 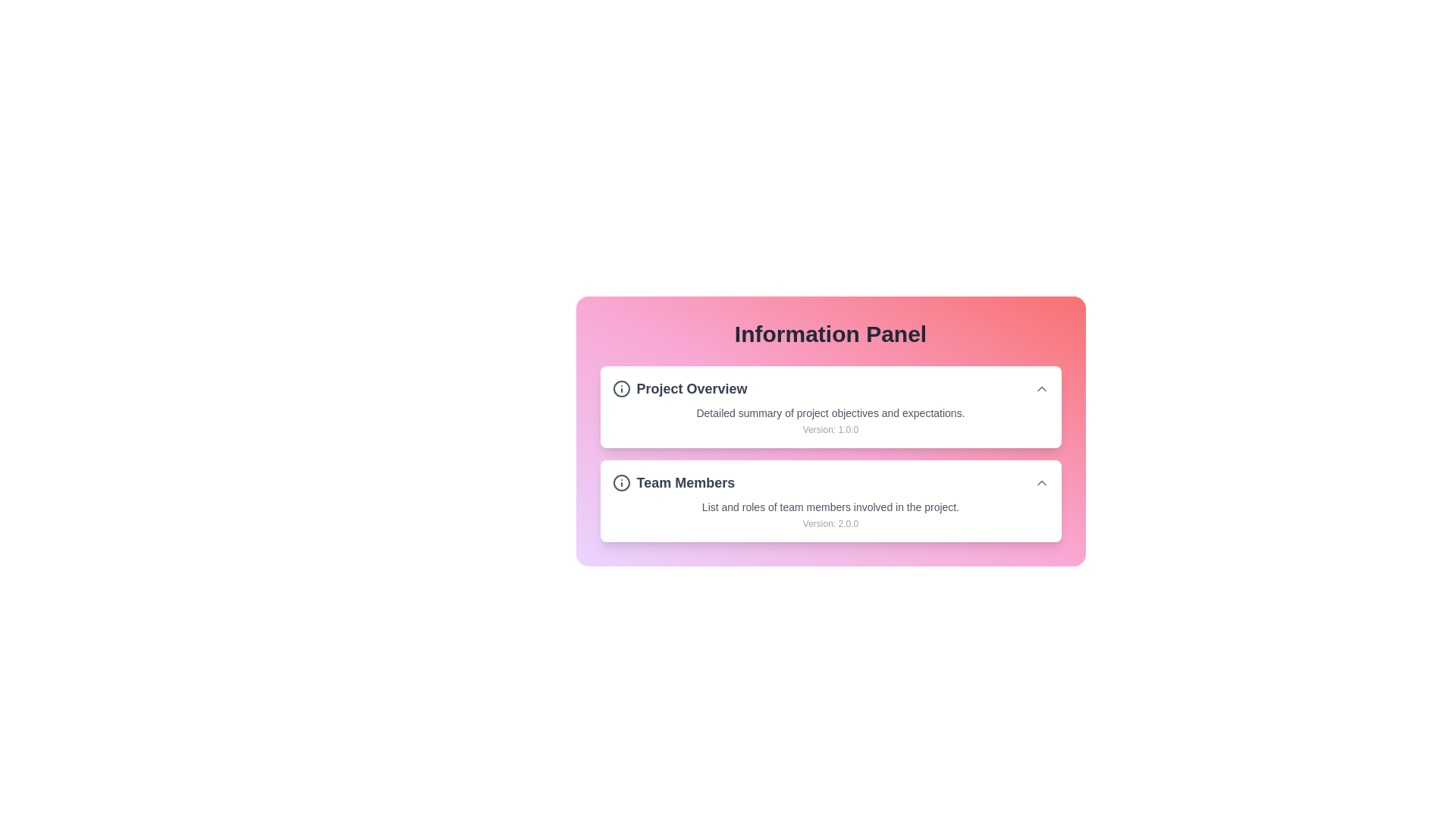 What do you see at coordinates (691, 388) in the screenshot?
I see `the 'Project Overview' text label, which is a bold, larger font size dark gray label located in the top section of a pink gradient panel` at bounding box center [691, 388].